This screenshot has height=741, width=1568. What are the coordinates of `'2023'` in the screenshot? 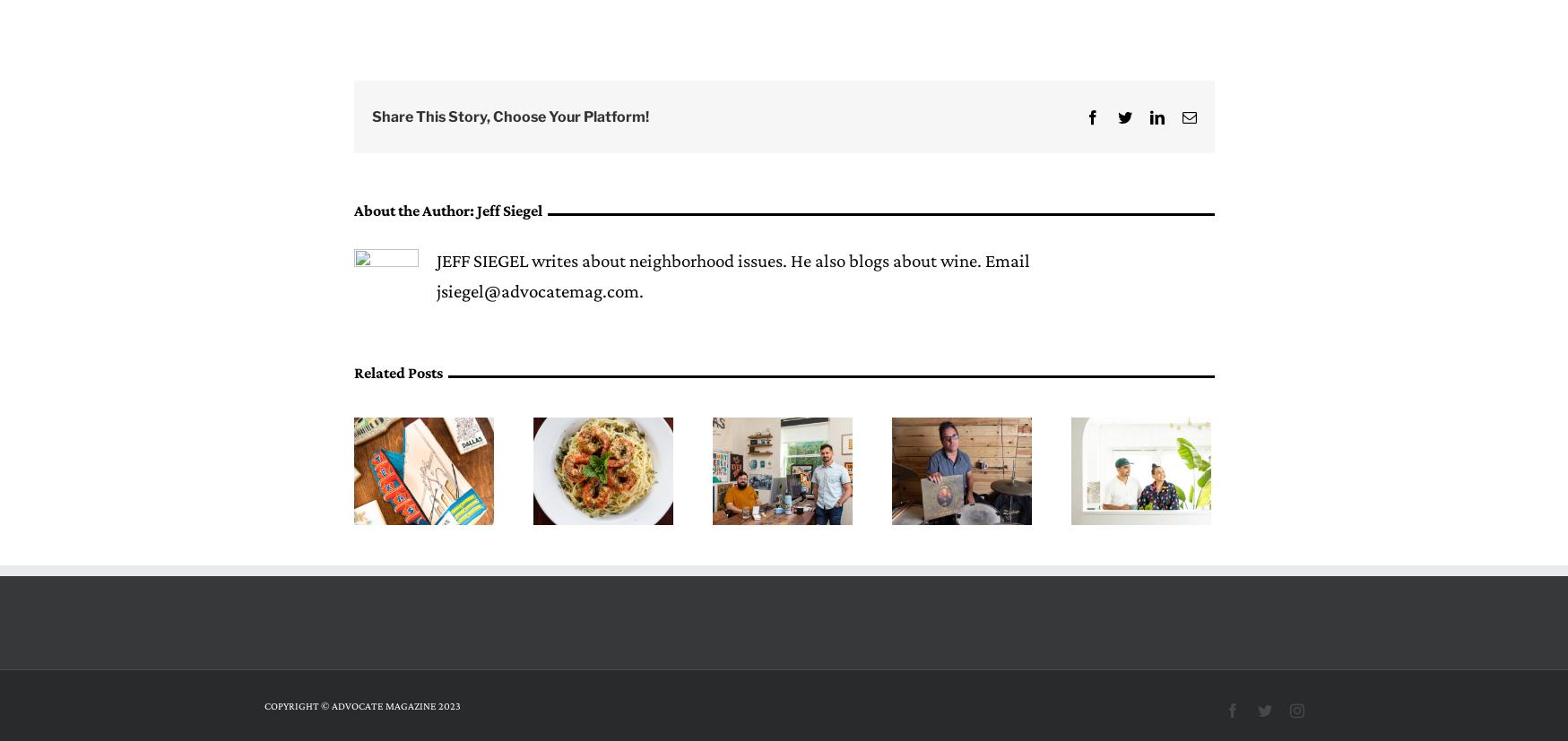 It's located at (448, 705).